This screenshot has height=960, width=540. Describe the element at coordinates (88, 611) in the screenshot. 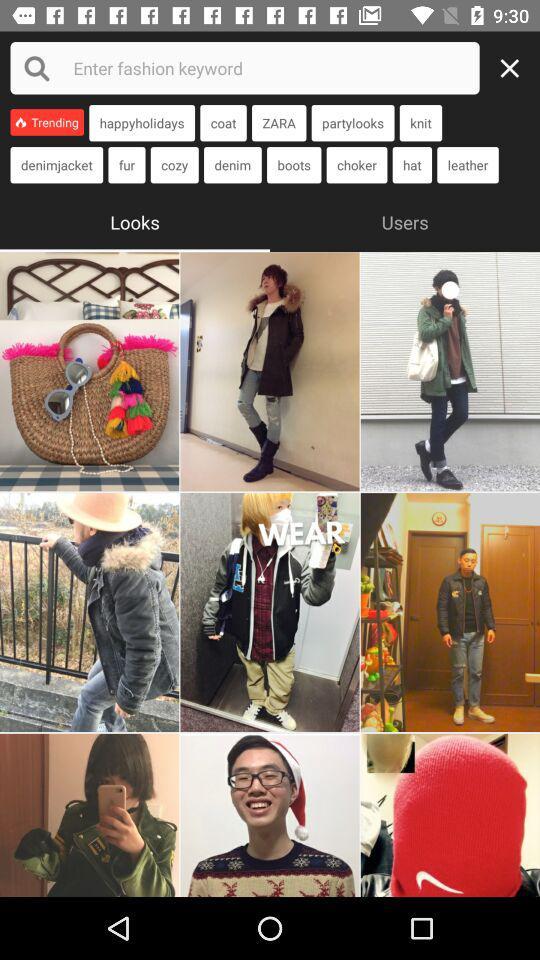

I see `photo` at that location.